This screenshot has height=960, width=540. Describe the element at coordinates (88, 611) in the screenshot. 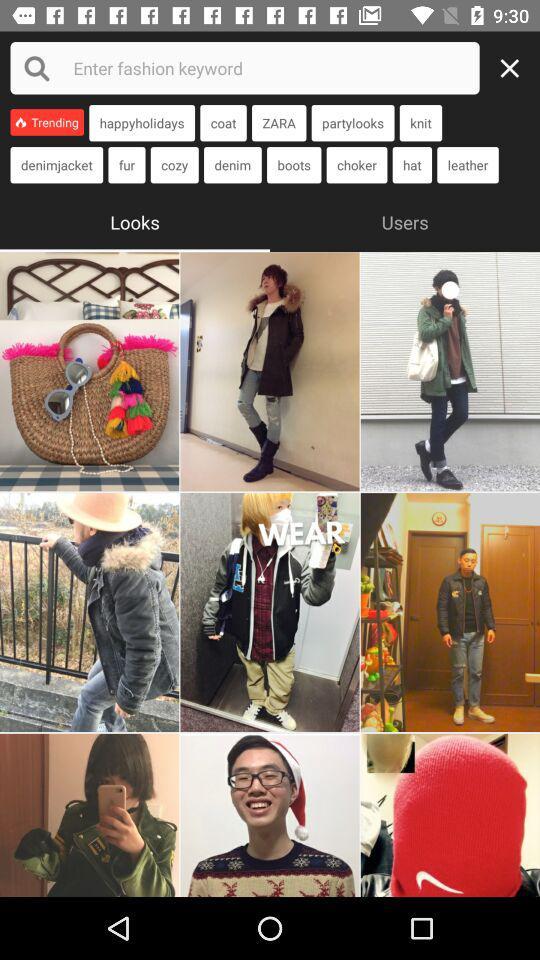

I see `photo` at that location.